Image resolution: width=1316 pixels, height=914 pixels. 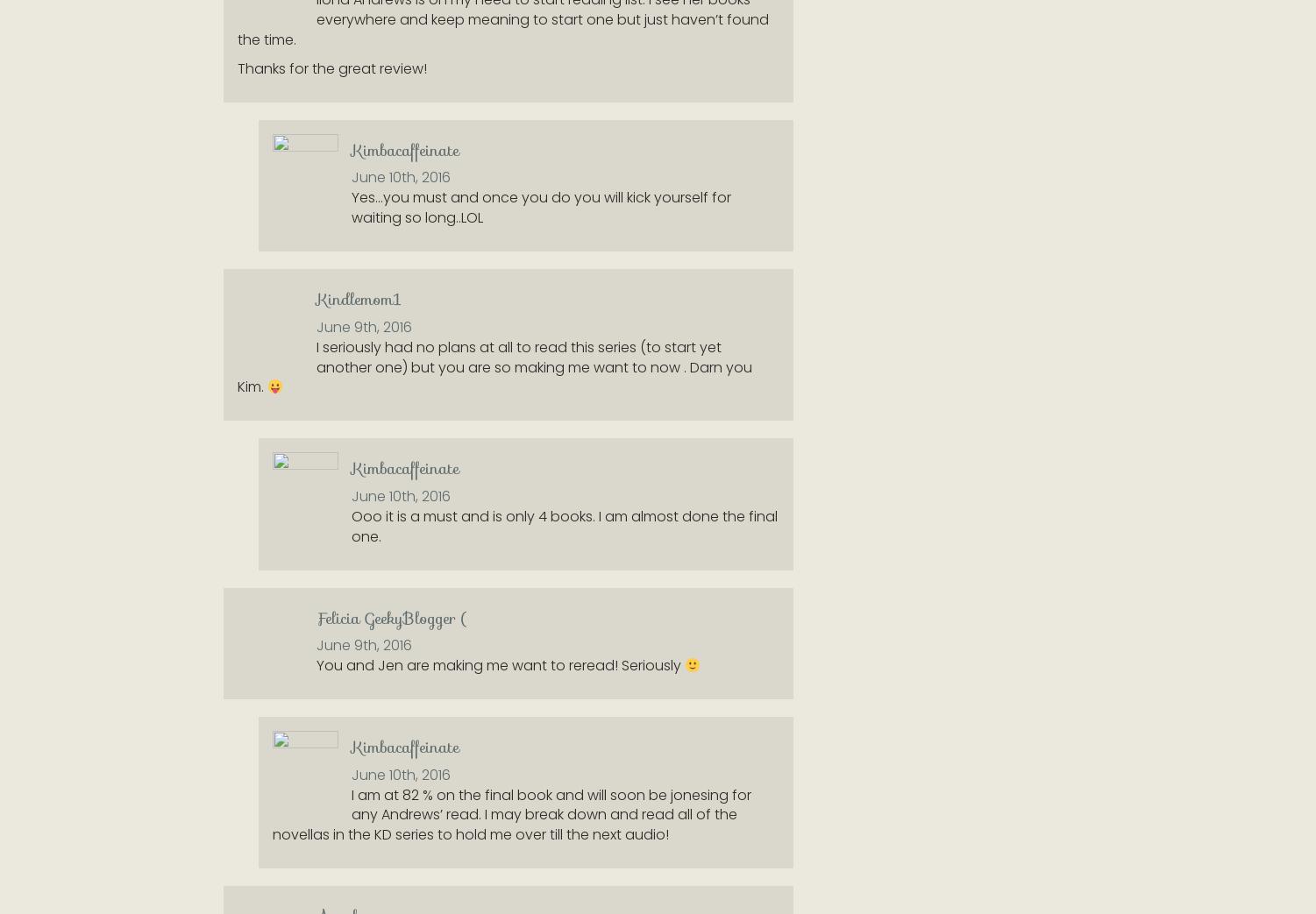 I want to click on 'I am at 82 % on the final book and will soon be jonesing for any Andrews’ read. I may break down and read all of the novellas in the KD series to hold me over till the next audio!', so click(x=512, y=813).